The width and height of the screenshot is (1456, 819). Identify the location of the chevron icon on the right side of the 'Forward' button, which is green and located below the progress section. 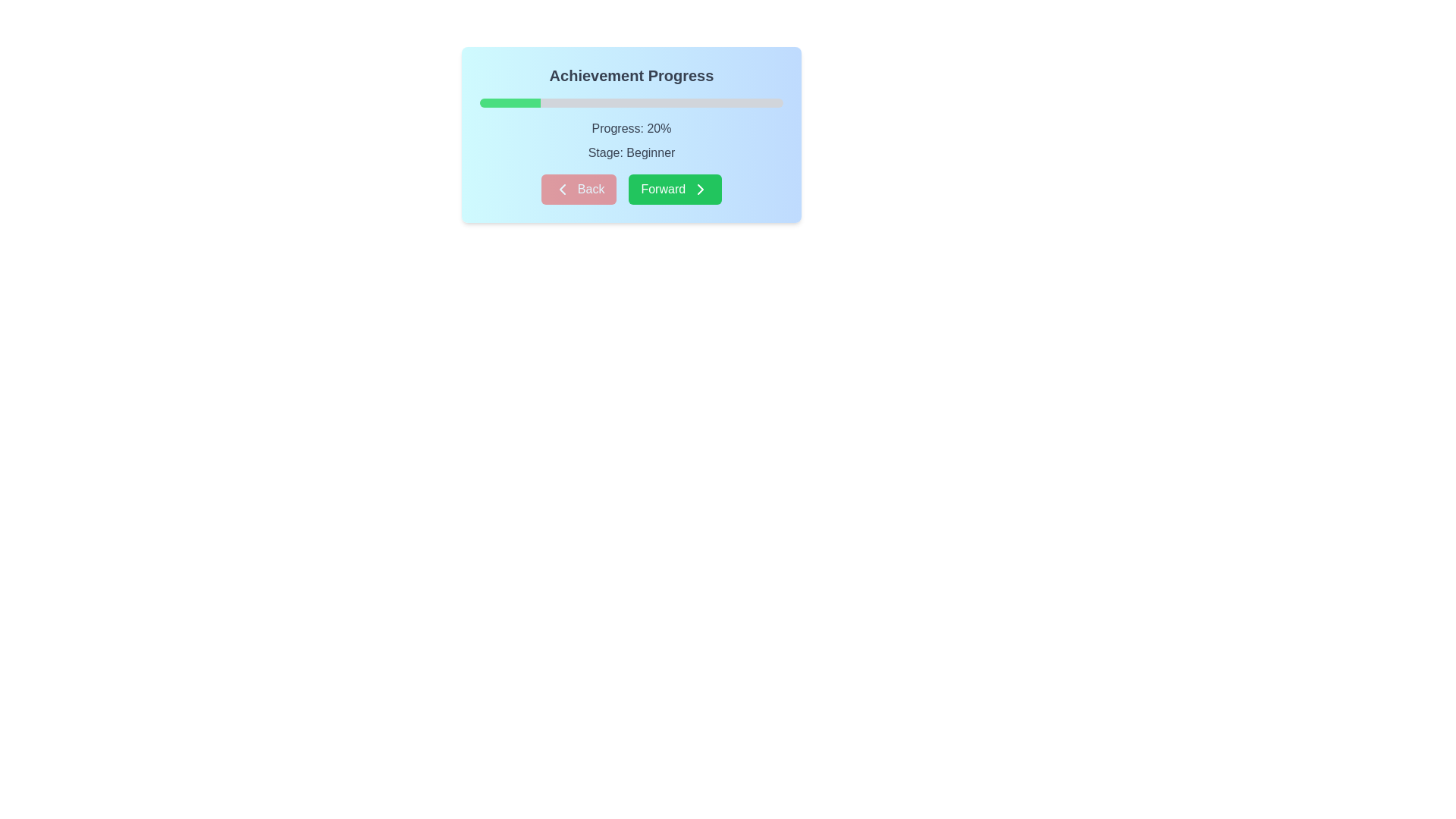
(700, 189).